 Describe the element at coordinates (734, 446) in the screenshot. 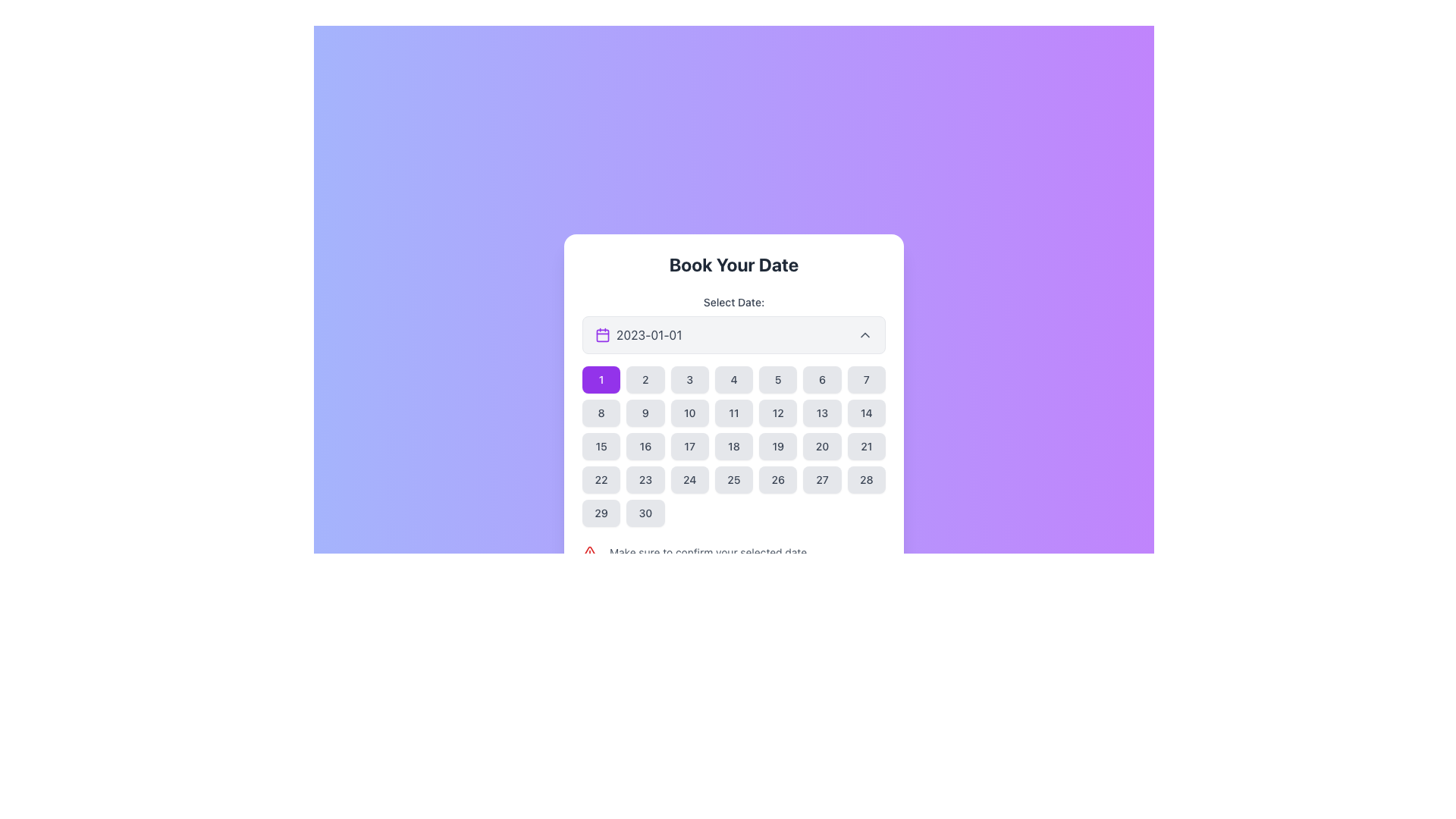

I see `the button labeled '18' which is styled as a rounded rectangle with a grey background, located in the third row and fourth column of the calendar grid` at that location.